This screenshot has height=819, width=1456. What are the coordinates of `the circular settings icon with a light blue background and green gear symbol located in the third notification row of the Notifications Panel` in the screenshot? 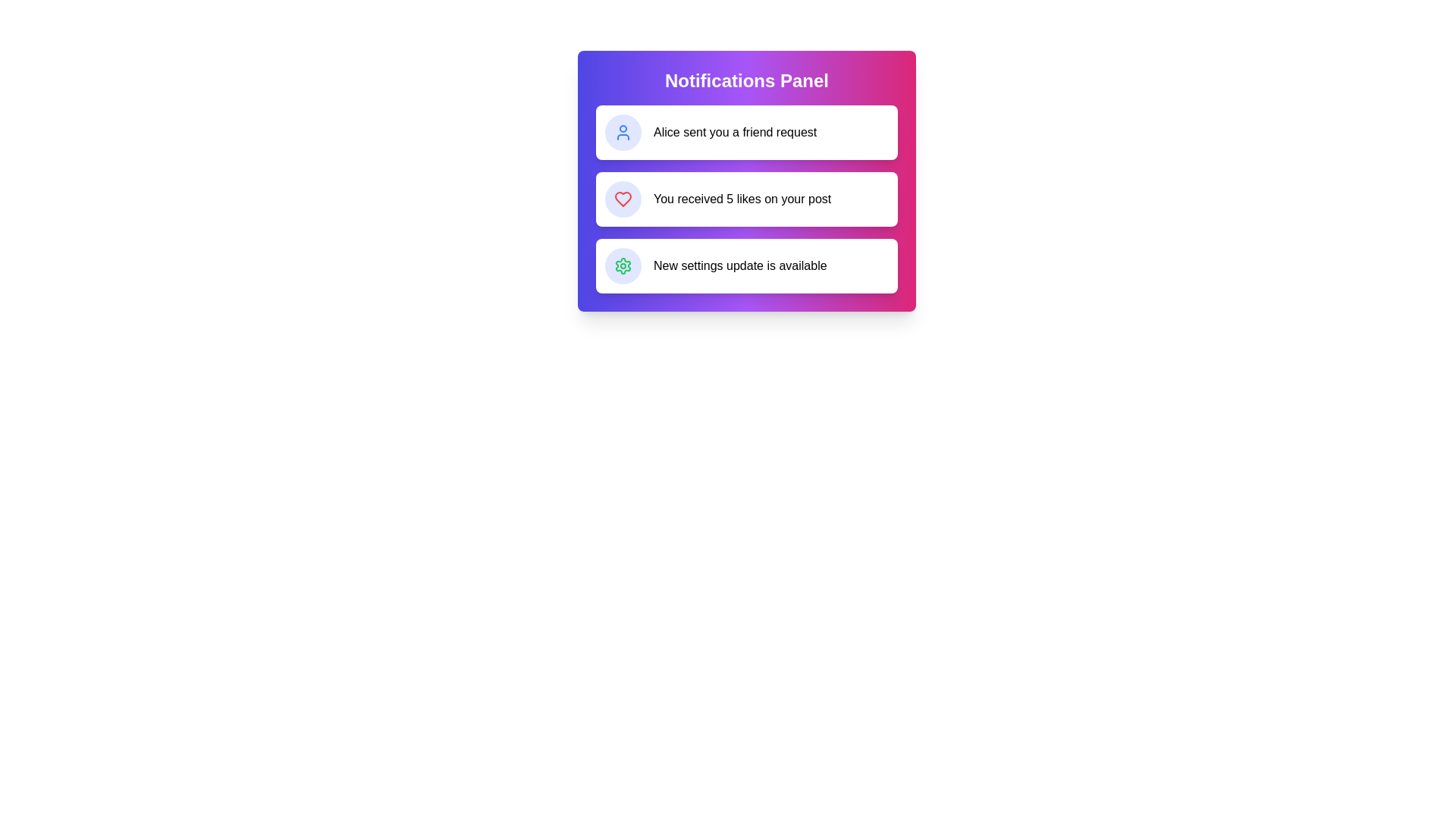 It's located at (623, 265).